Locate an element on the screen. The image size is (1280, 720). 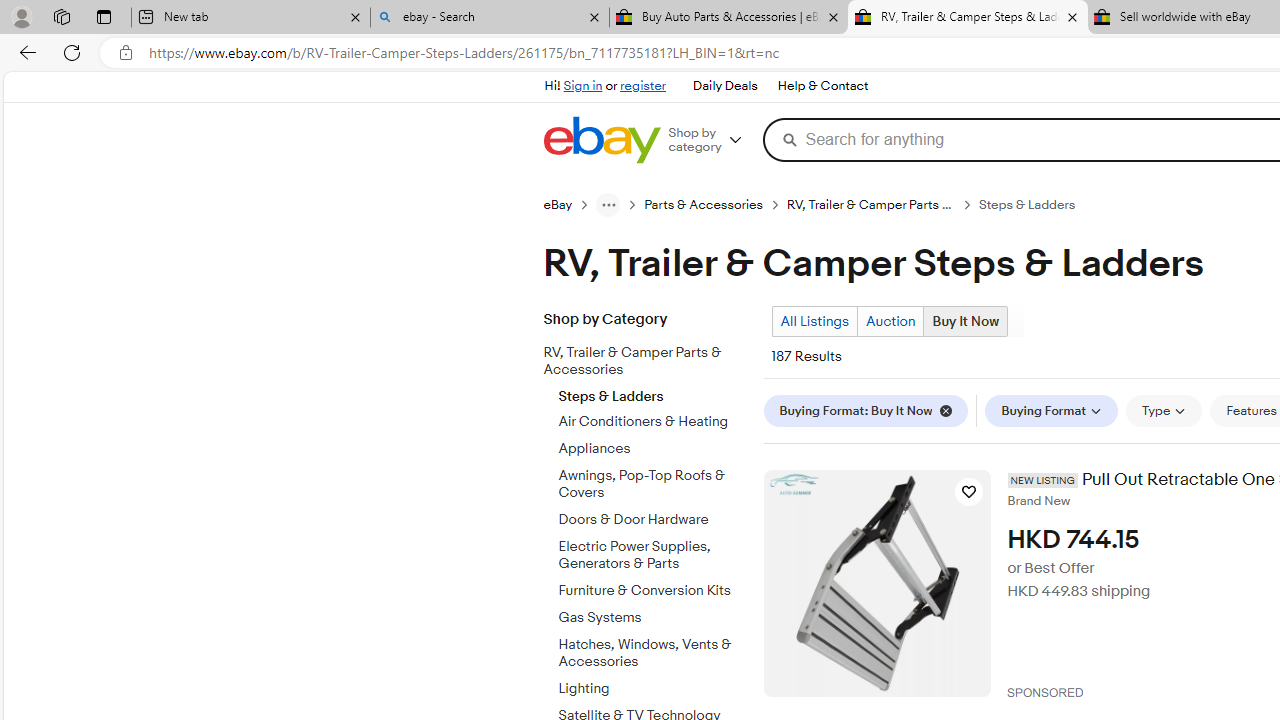
'Steps & Ladders' is located at coordinates (653, 392).